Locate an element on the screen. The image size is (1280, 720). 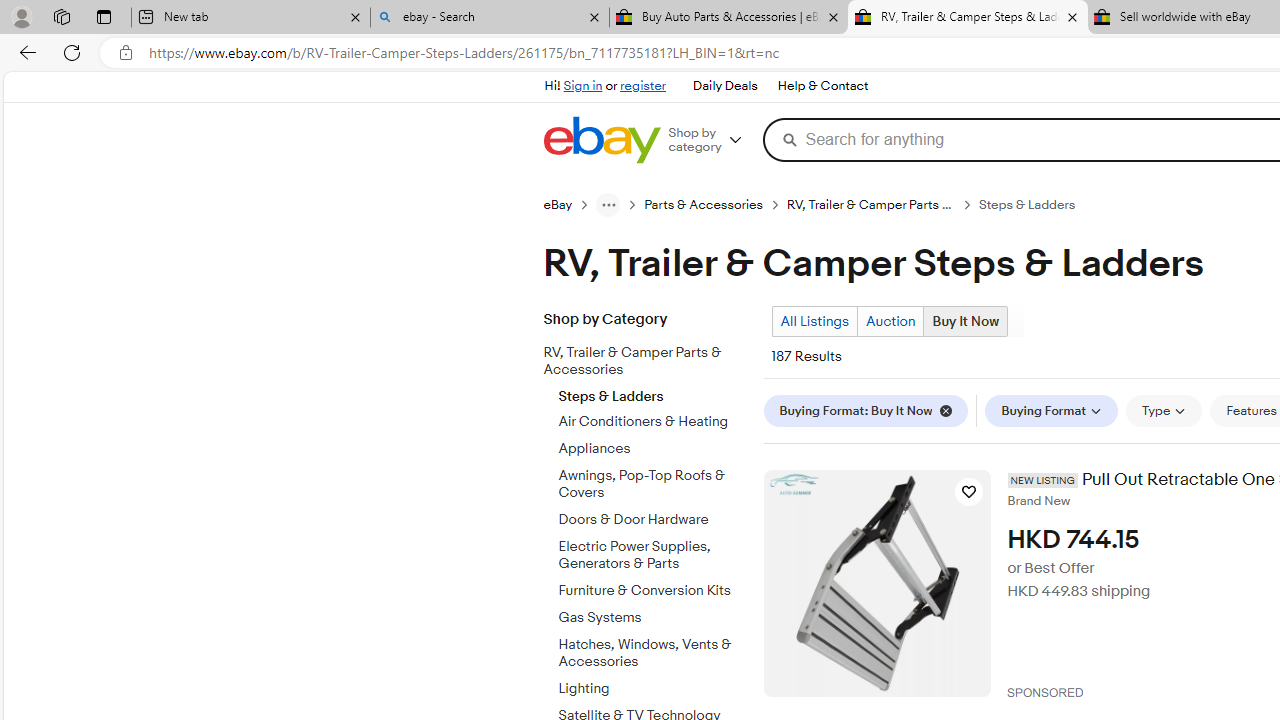
'Steps & Ladders' is located at coordinates (653, 392).